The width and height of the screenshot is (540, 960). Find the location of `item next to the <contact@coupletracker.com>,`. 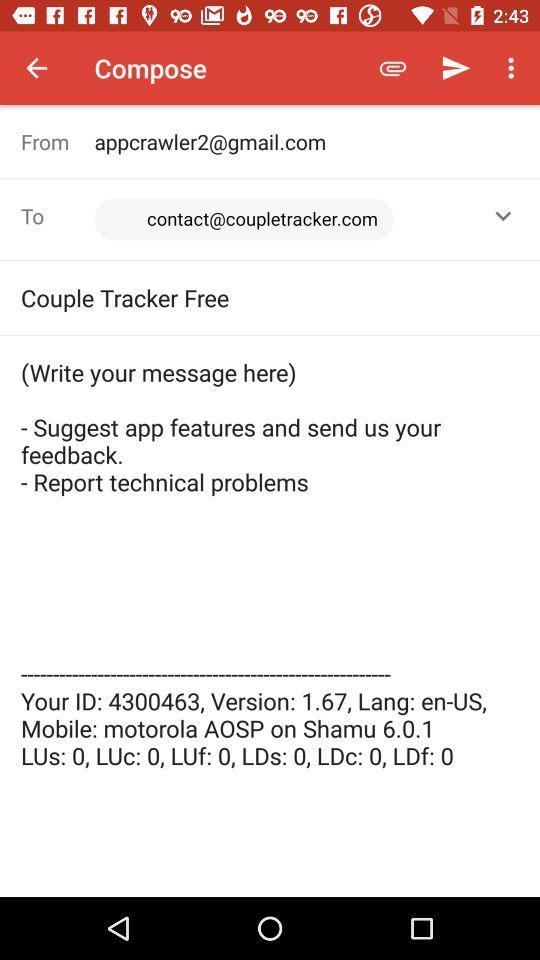

item next to the <contact@coupletracker.com>, is located at coordinates (57, 216).